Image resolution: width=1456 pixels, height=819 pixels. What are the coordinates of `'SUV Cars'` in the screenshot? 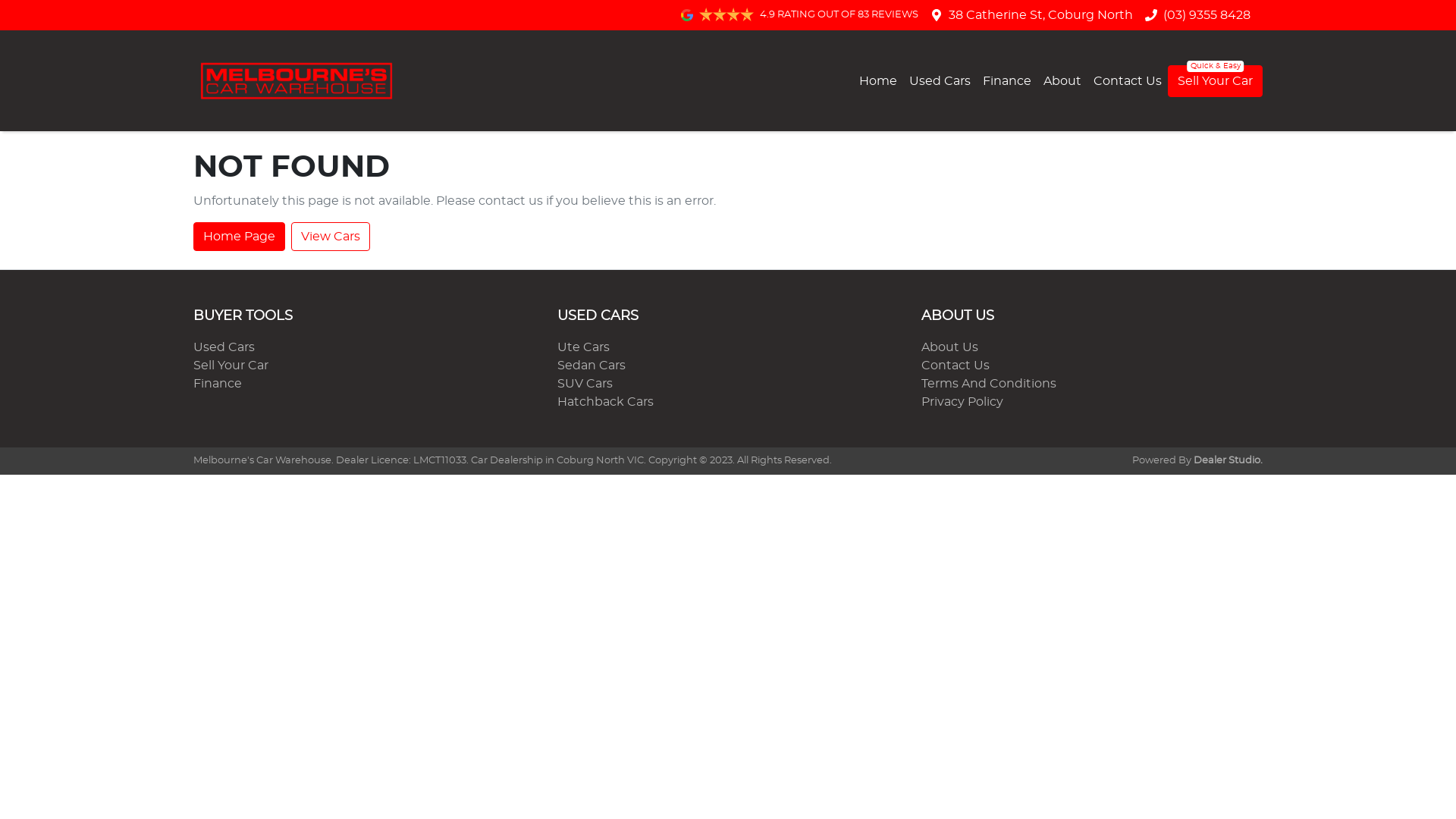 It's located at (584, 382).